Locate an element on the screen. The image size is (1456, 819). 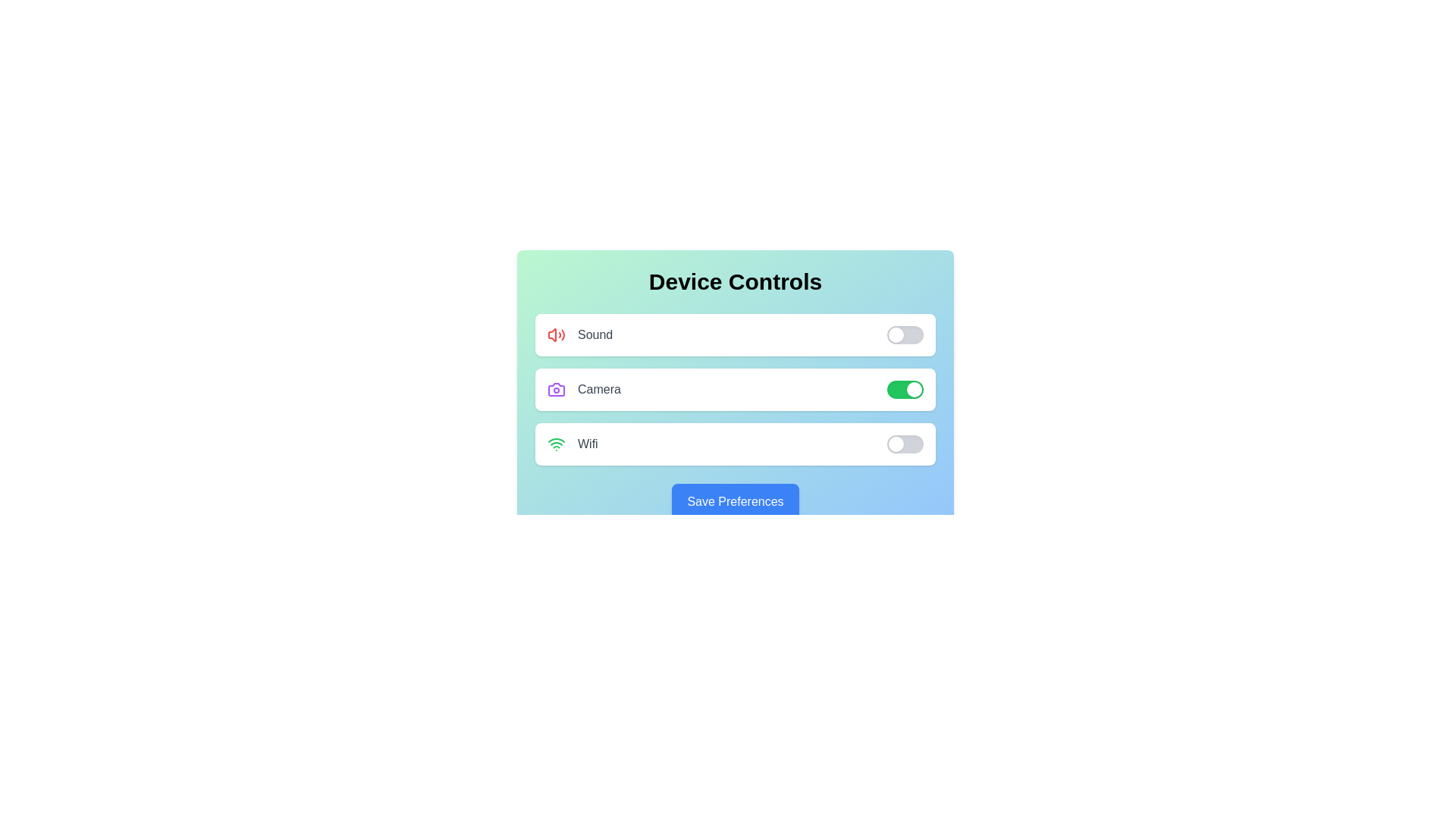
the 'Save Preferences' button is located at coordinates (735, 502).